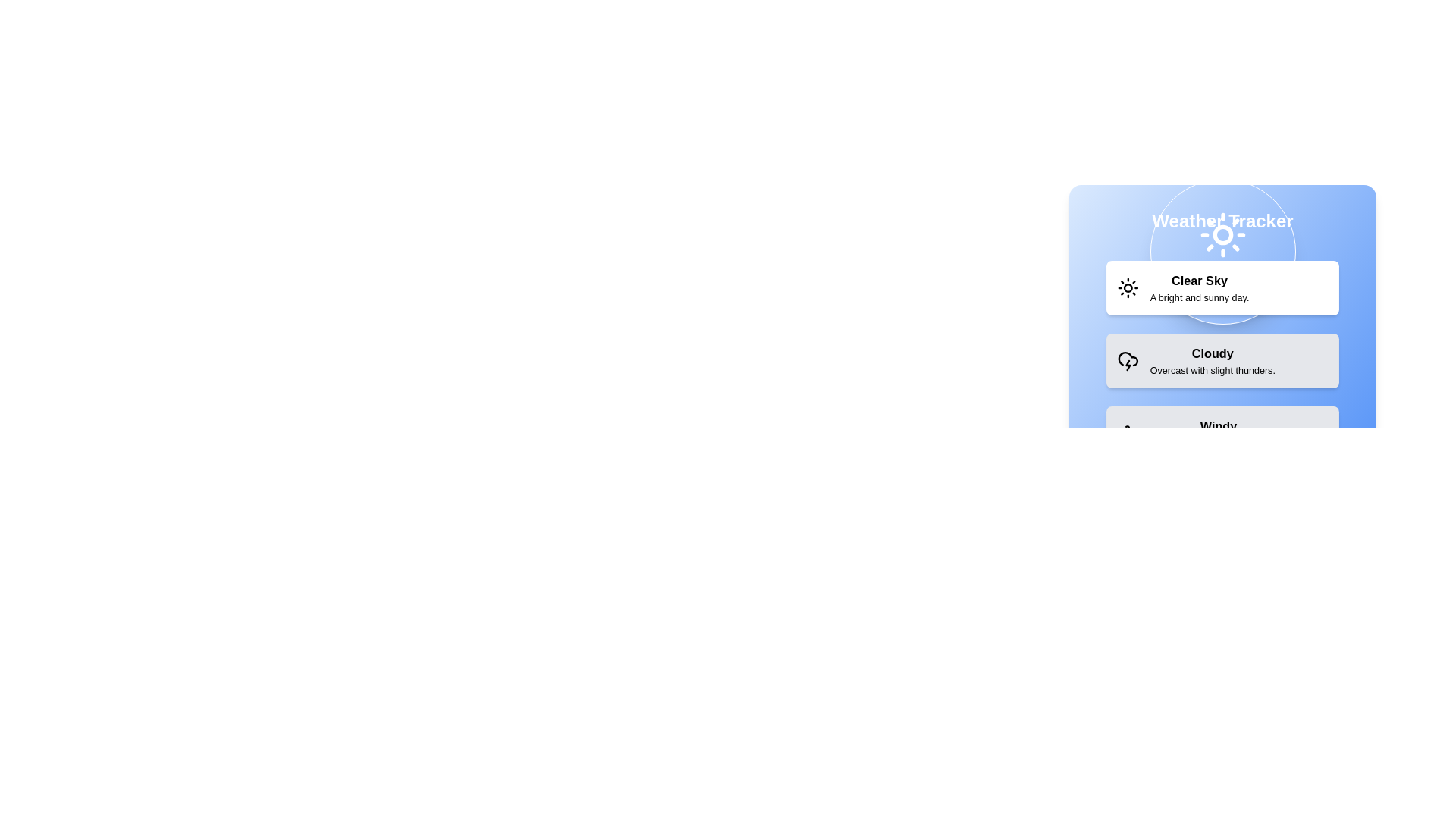  I want to click on the second panel displaying weather information indicating 'Cloudy' conditions, which includes a description of overcast conditions and slight thunders, so click(1222, 360).